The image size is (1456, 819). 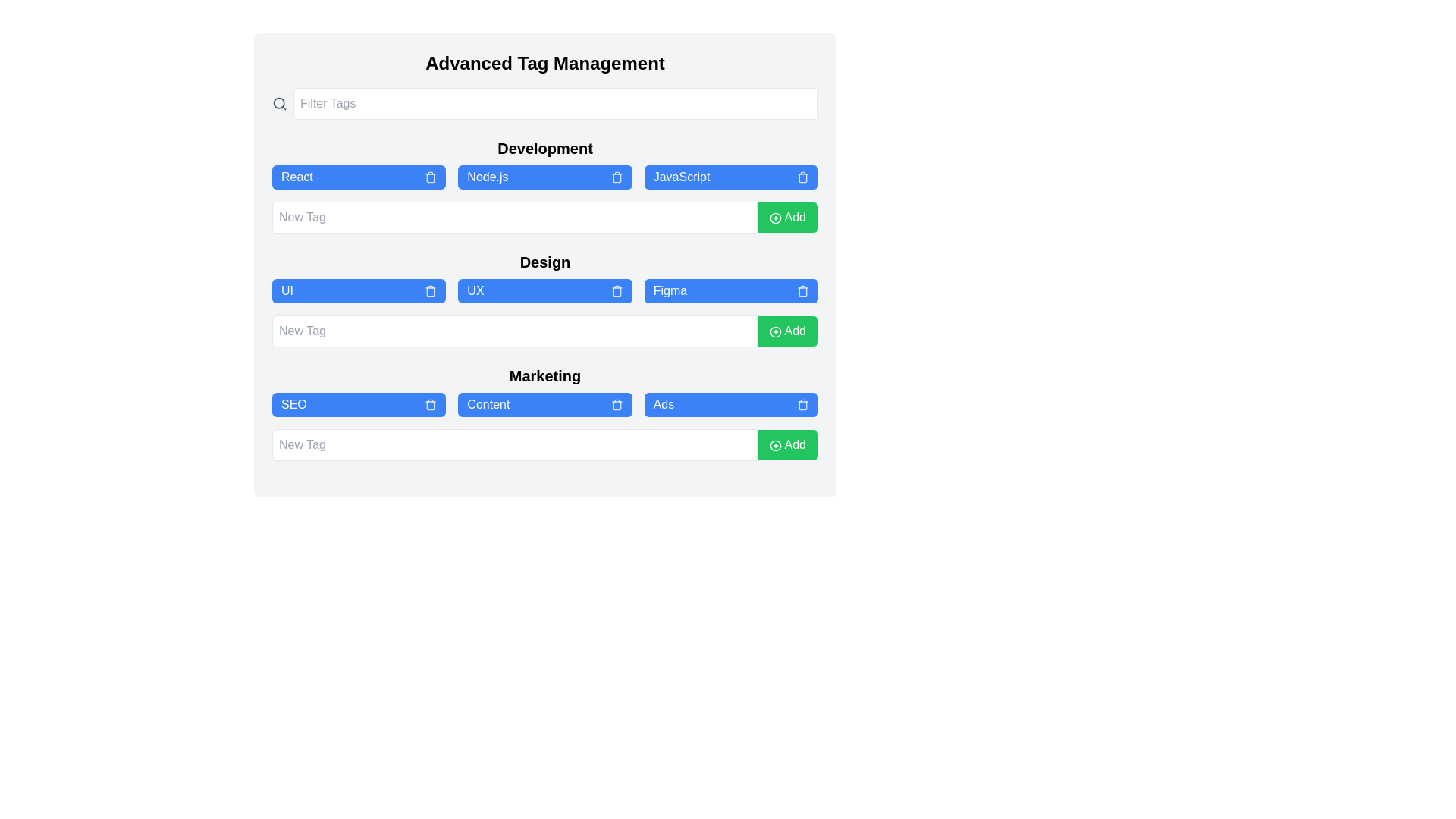 I want to click on the 'Node.js' tag label located in the 'Development' section, positioned between the 'React' tag on the left and the 'JavaScript' tag on the right, so click(x=488, y=177).